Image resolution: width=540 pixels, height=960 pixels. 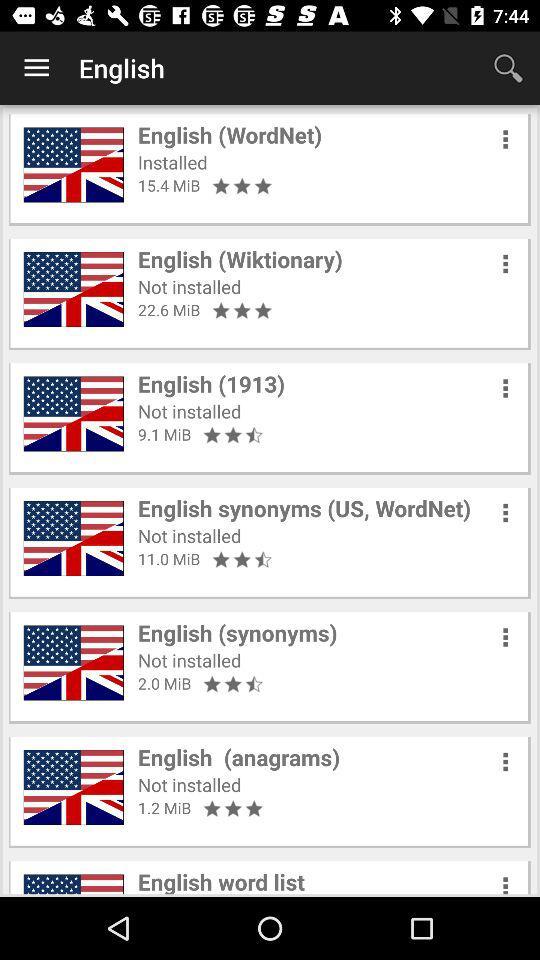 What do you see at coordinates (36, 68) in the screenshot?
I see `the app to the left of the english item` at bounding box center [36, 68].